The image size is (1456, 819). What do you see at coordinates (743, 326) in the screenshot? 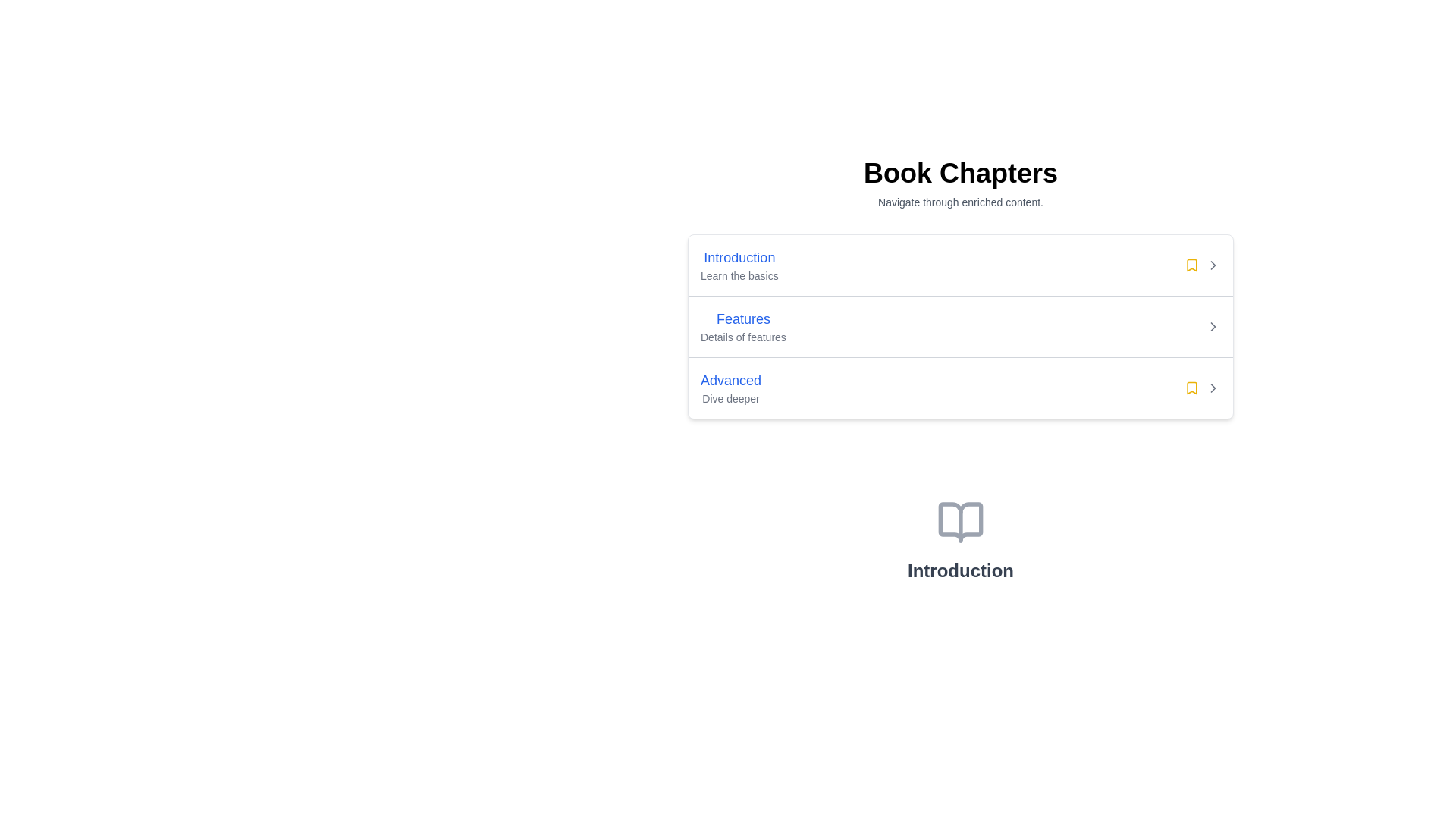
I see `description of the 'Features' text link, which is the second item in a list of chapter links and contains two lines of text, with the top line being larger and blue, and the bottom line being smaller and gray` at bounding box center [743, 326].